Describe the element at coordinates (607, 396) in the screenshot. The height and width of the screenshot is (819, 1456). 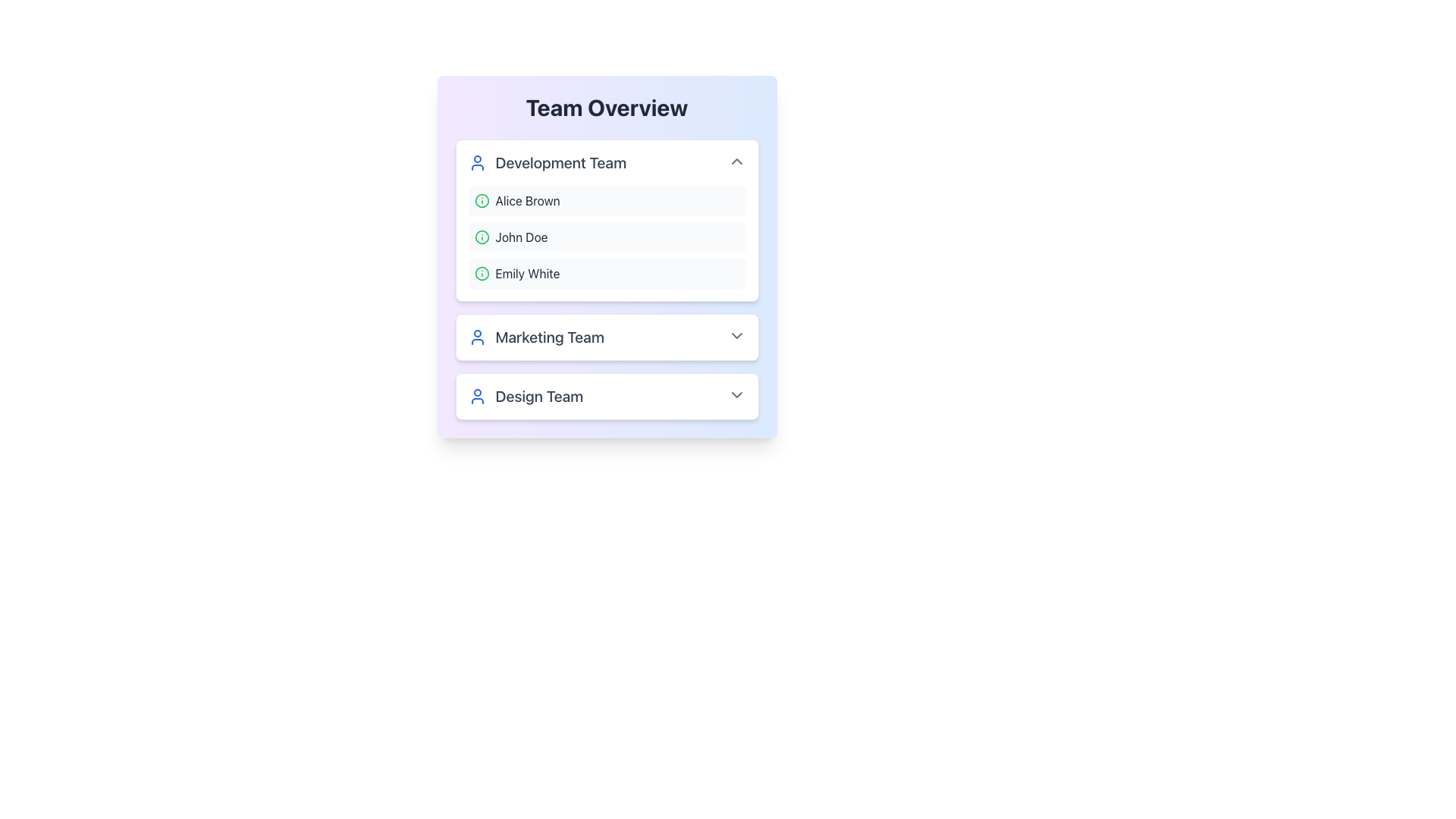
I see `the Interactive Dropdown Trigger element labeled 'Design Team'` at that location.